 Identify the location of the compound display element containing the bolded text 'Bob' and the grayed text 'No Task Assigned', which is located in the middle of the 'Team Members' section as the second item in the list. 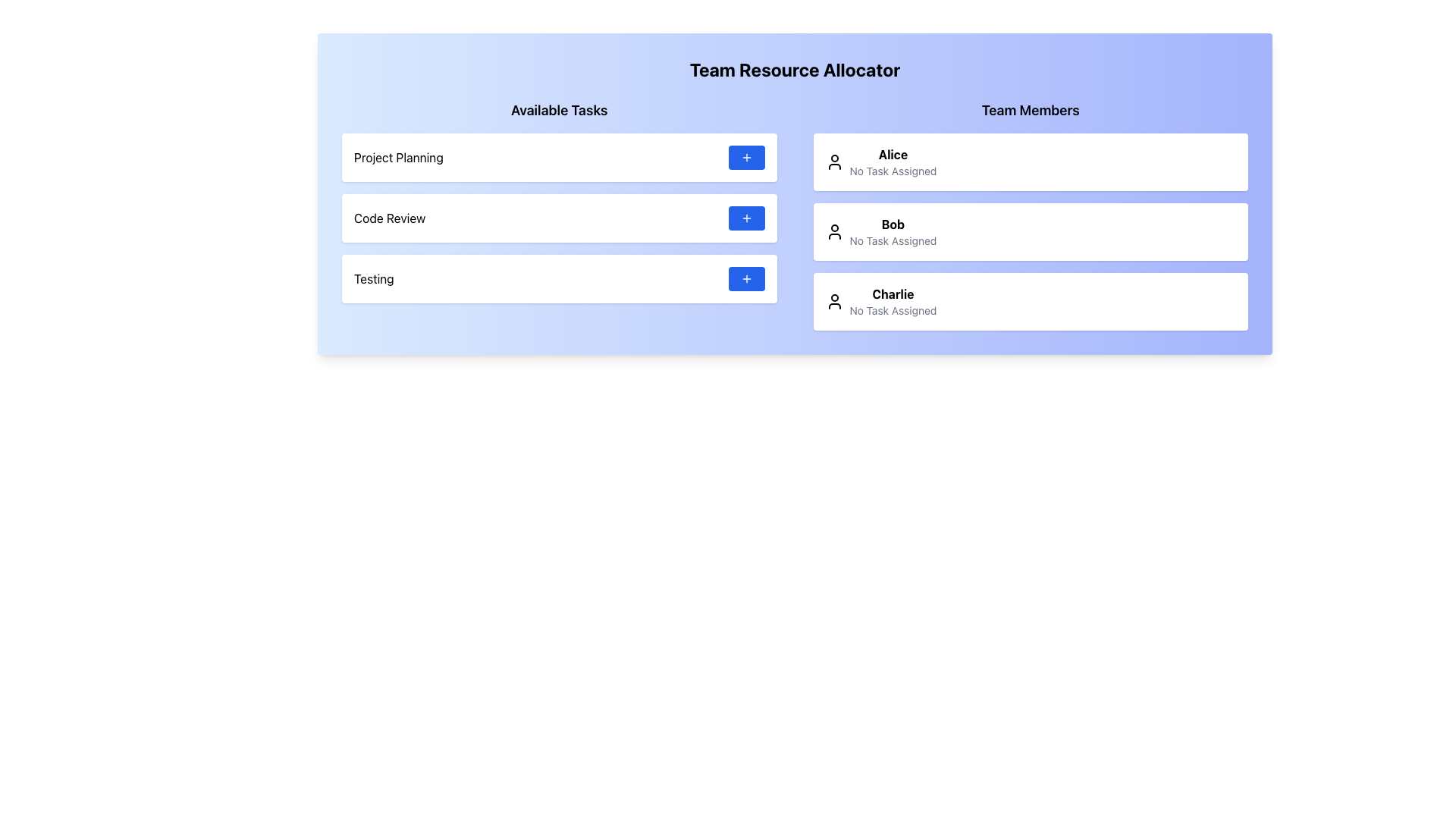
(880, 231).